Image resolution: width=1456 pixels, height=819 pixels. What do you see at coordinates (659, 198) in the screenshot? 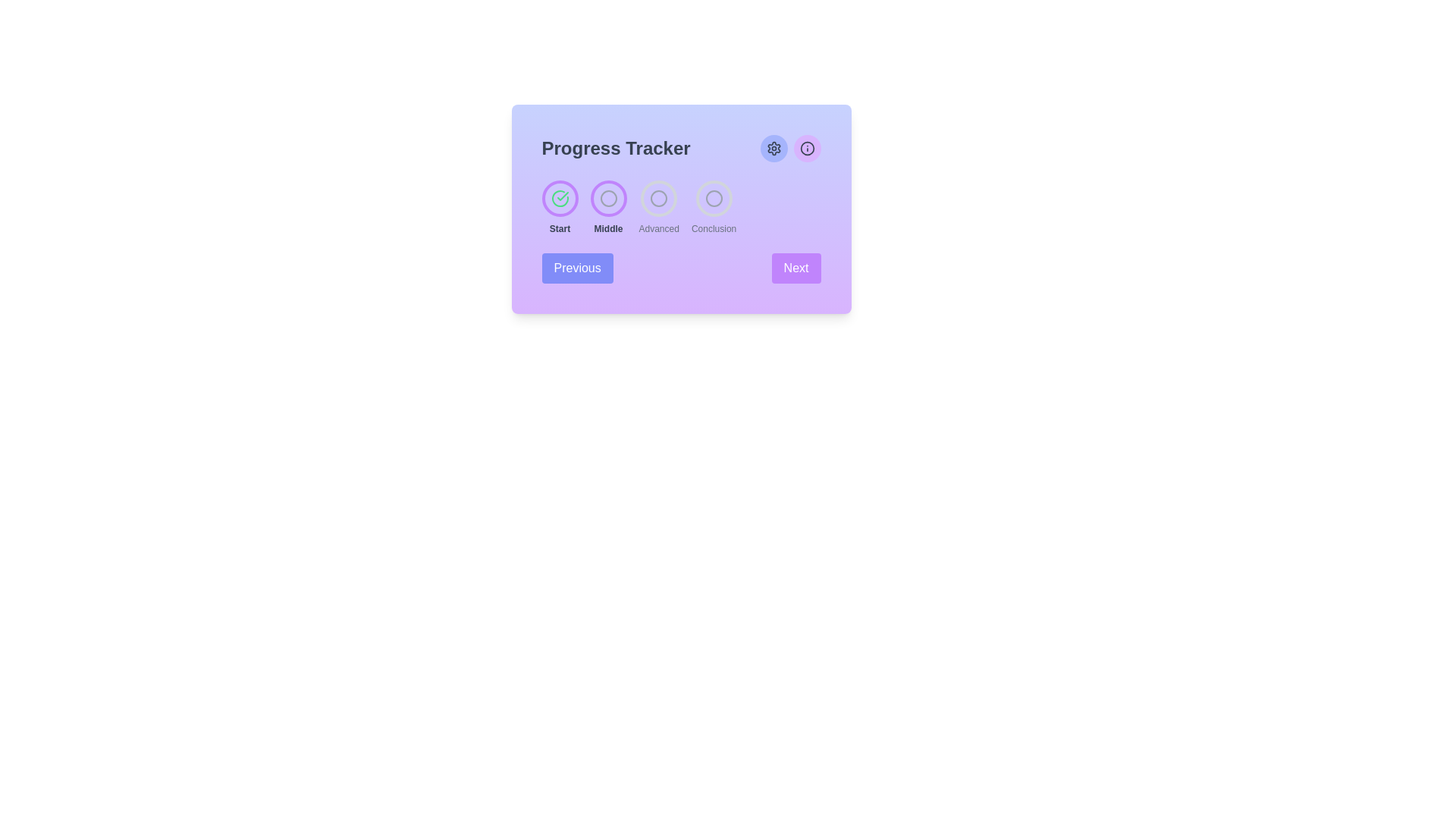
I see `the 'Advanced' step marker in the progress tracker` at bounding box center [659, 198].